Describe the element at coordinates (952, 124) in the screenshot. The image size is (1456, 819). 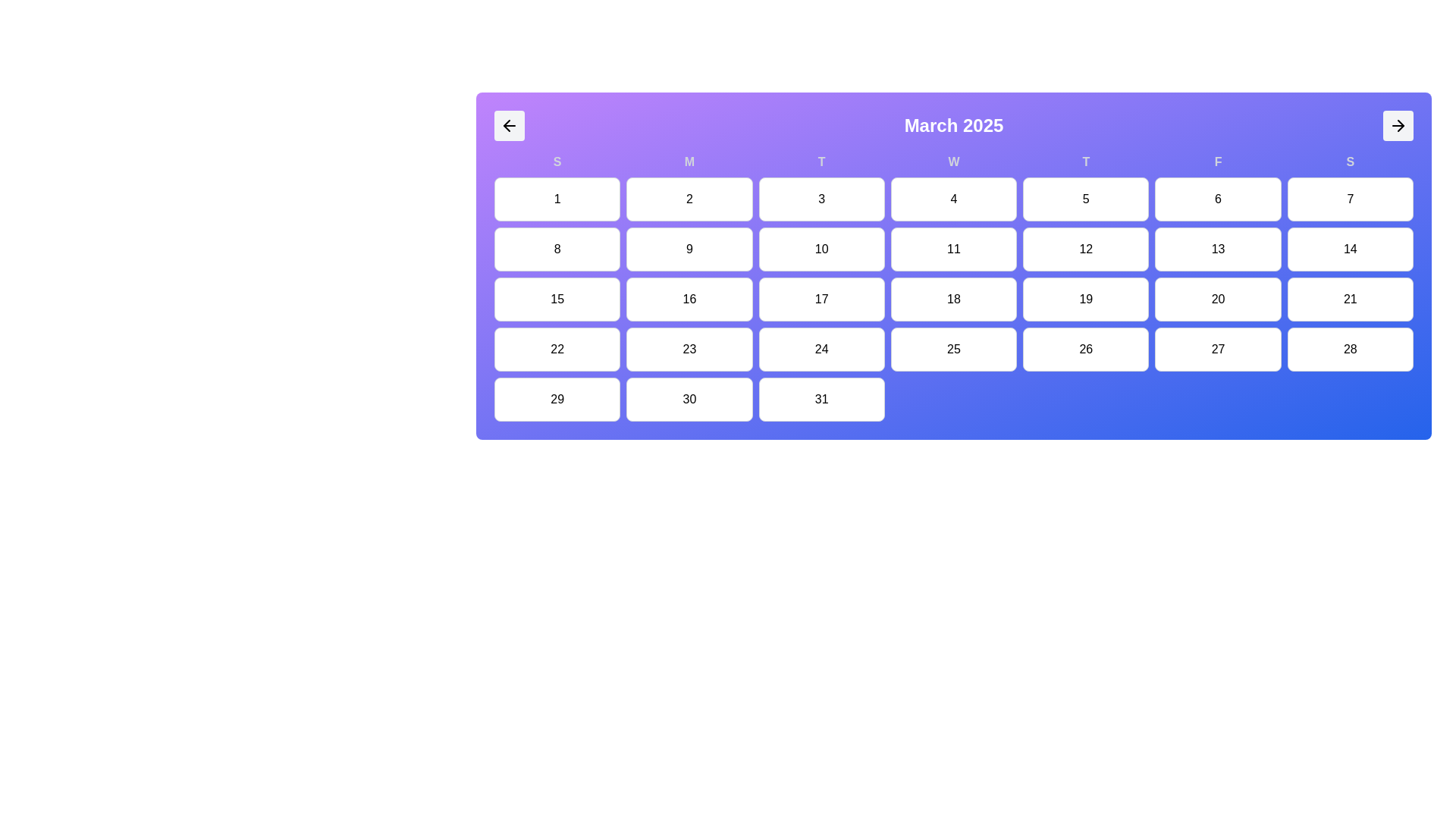
I see `the non-interactive text label that displays the currently selected month and year, located in the center of the navigation strip` at that location.